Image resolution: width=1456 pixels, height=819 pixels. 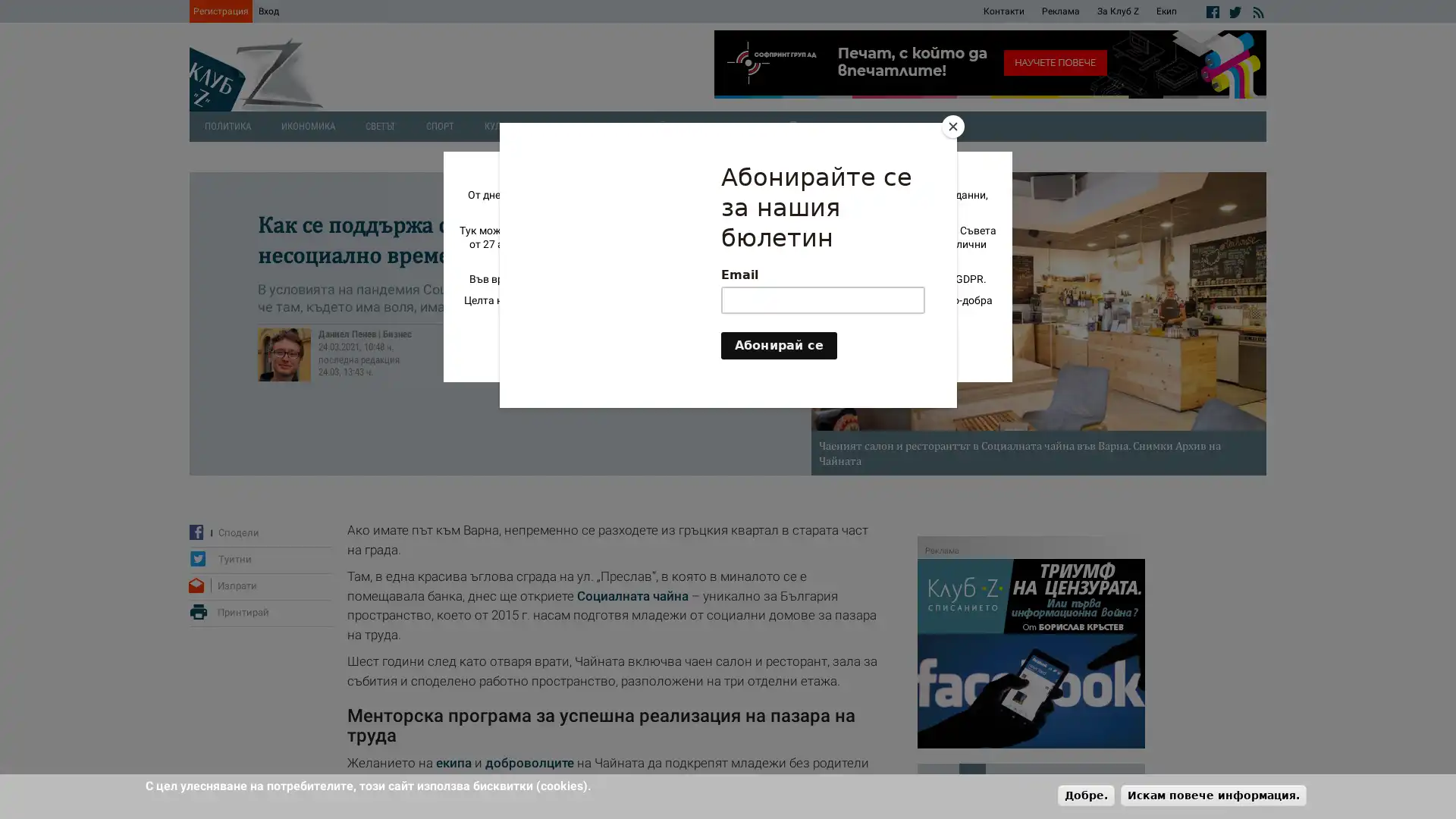 What do you see at coordinates (1085, 794) in the screenshot?
I see `.` at bounding box center [1085, 794].